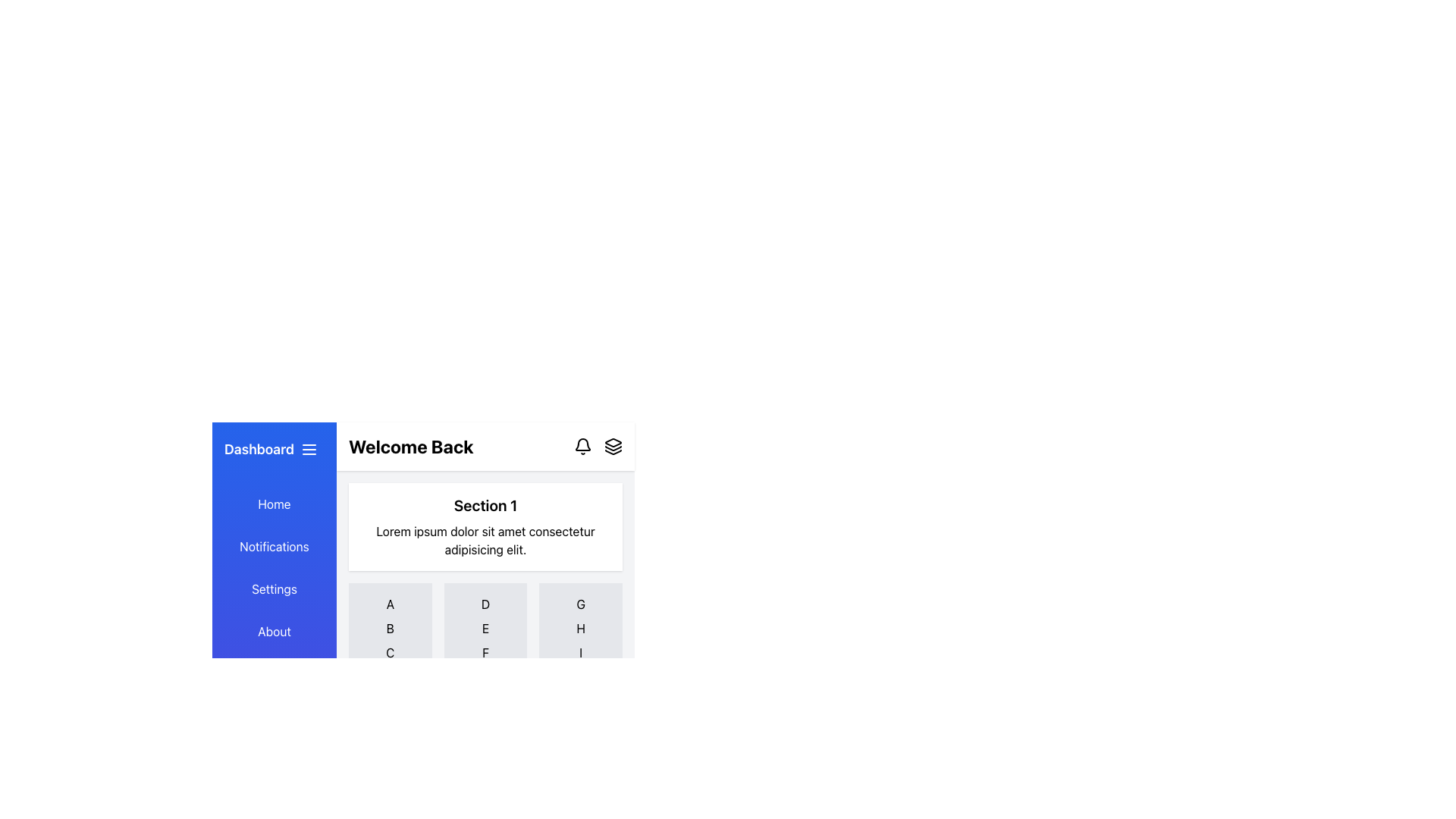 The height and width of the screenshot is (819, 1456). What do you see at coordinates (582, 446) in the screenshot?
I see `the bell icon located in the upper-right corner of the interface, which is styled in a simplified outline without fill color and positioned to the left of a stack-like icon` at bounding box center [582, 446].